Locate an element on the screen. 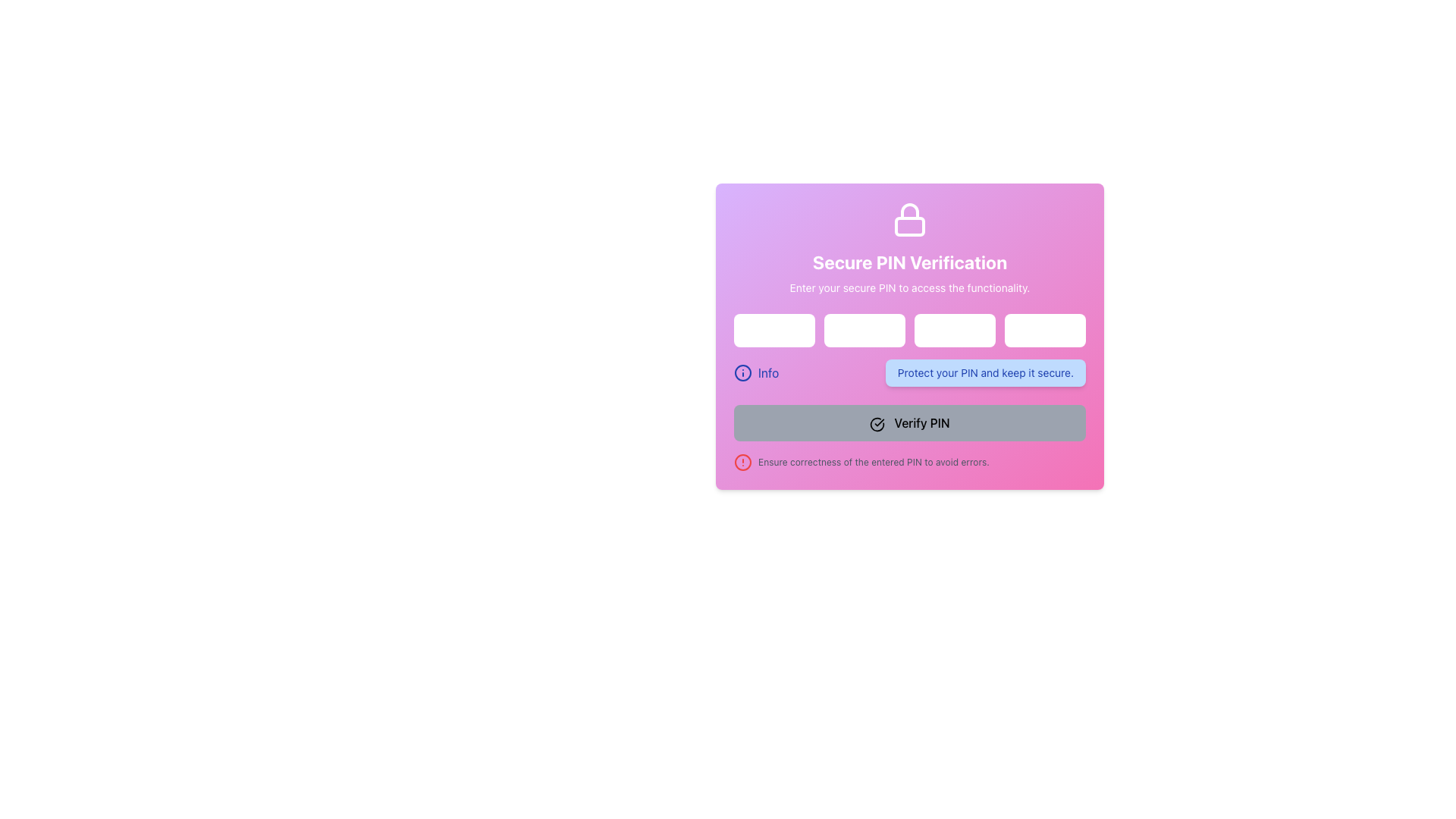 This screenshot has width=1456, height=819. the 'Info' button with blue text and an info symbol located is located at coordinates (756, 373).